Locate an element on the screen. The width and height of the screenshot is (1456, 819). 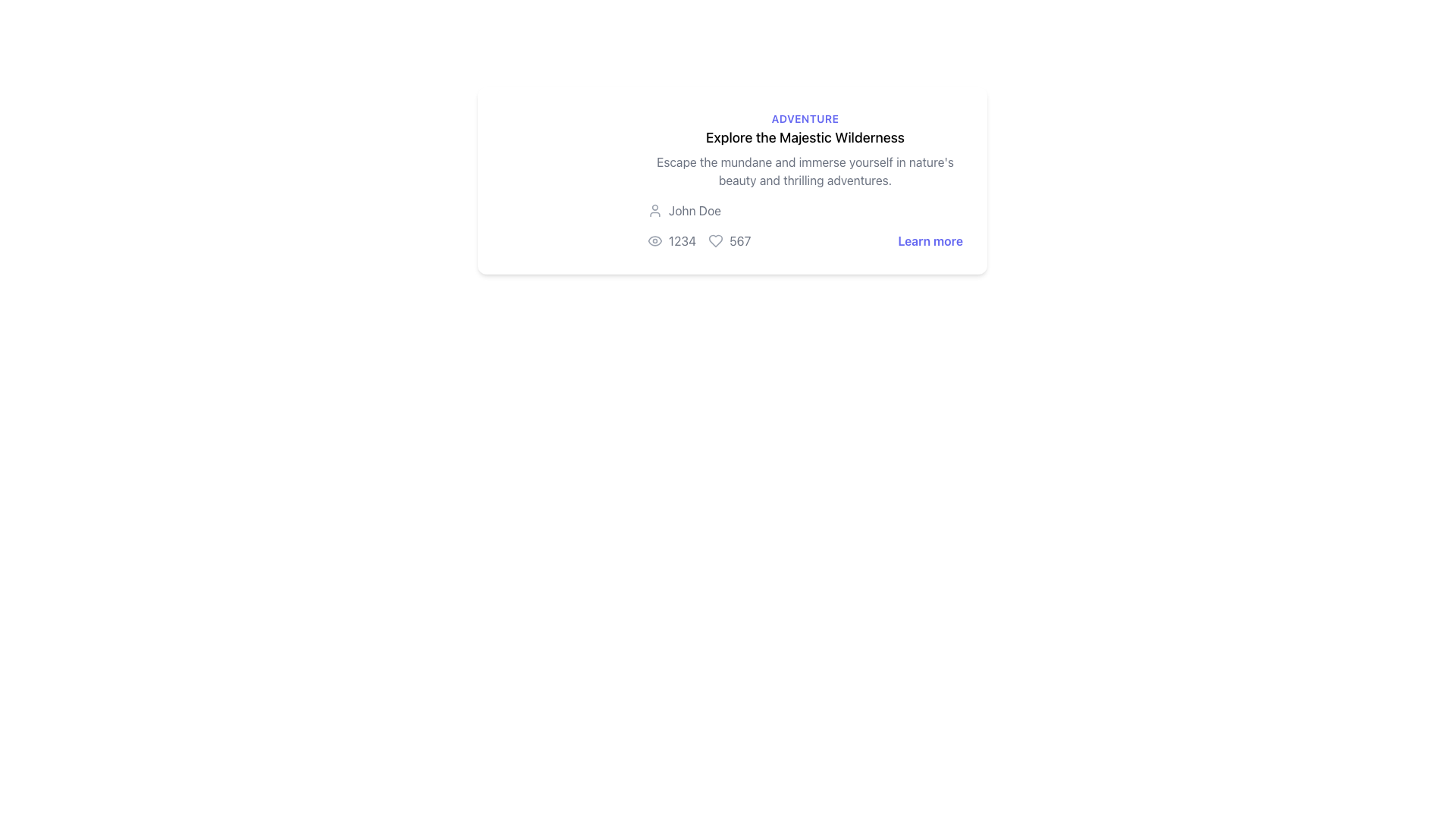
the user profile icon, which is a gray circular head connected to a semi-oval base, located to the left of the text 'John Doe' in a metadata section is located at coordinates (655, 210).